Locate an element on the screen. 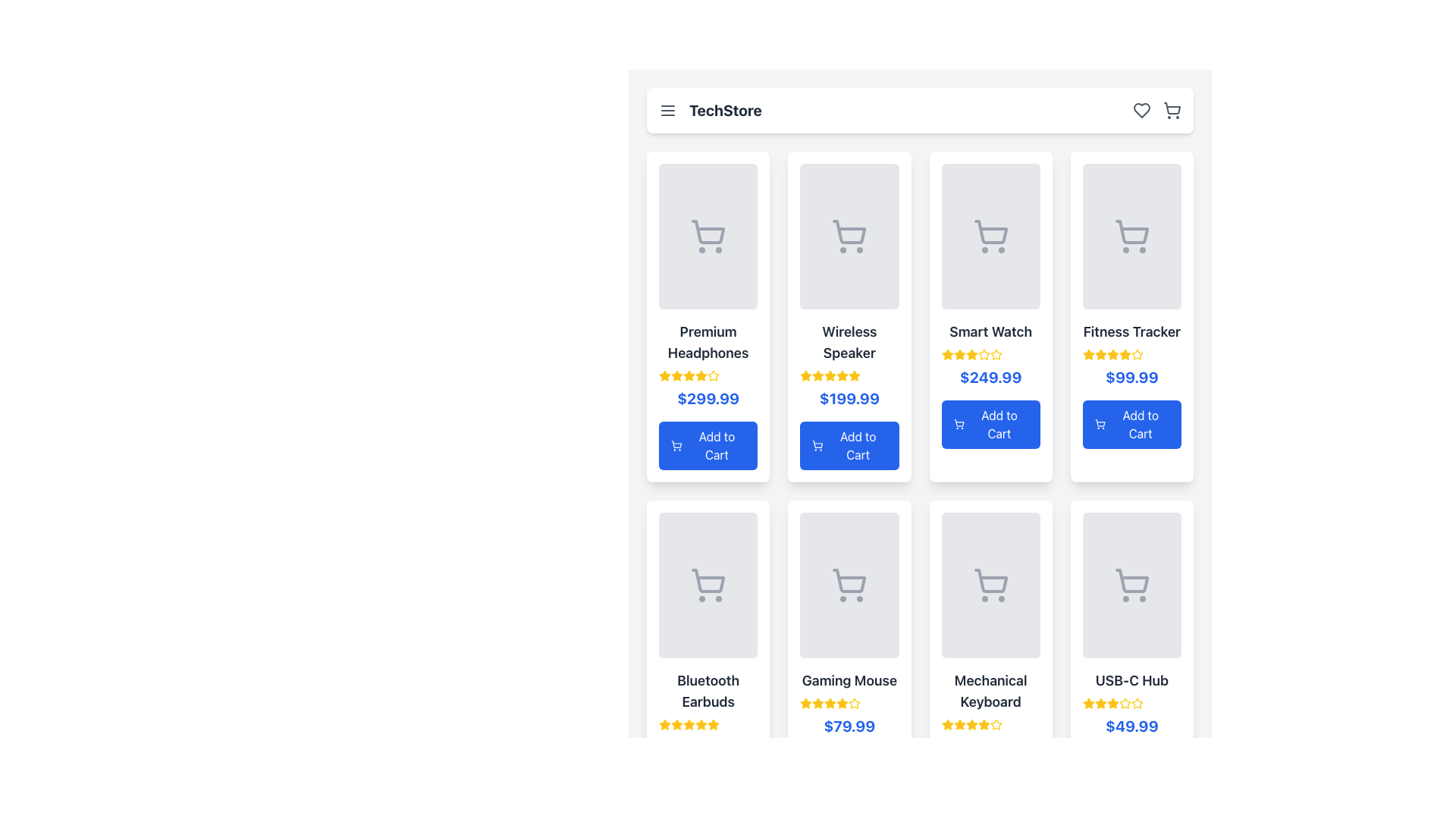 The image size is (1456, 819). the fourth rating star icon for the 'Mechanical Keyboard' product, which visually represents a portion of the rating score is located at coordinates (971, 723).